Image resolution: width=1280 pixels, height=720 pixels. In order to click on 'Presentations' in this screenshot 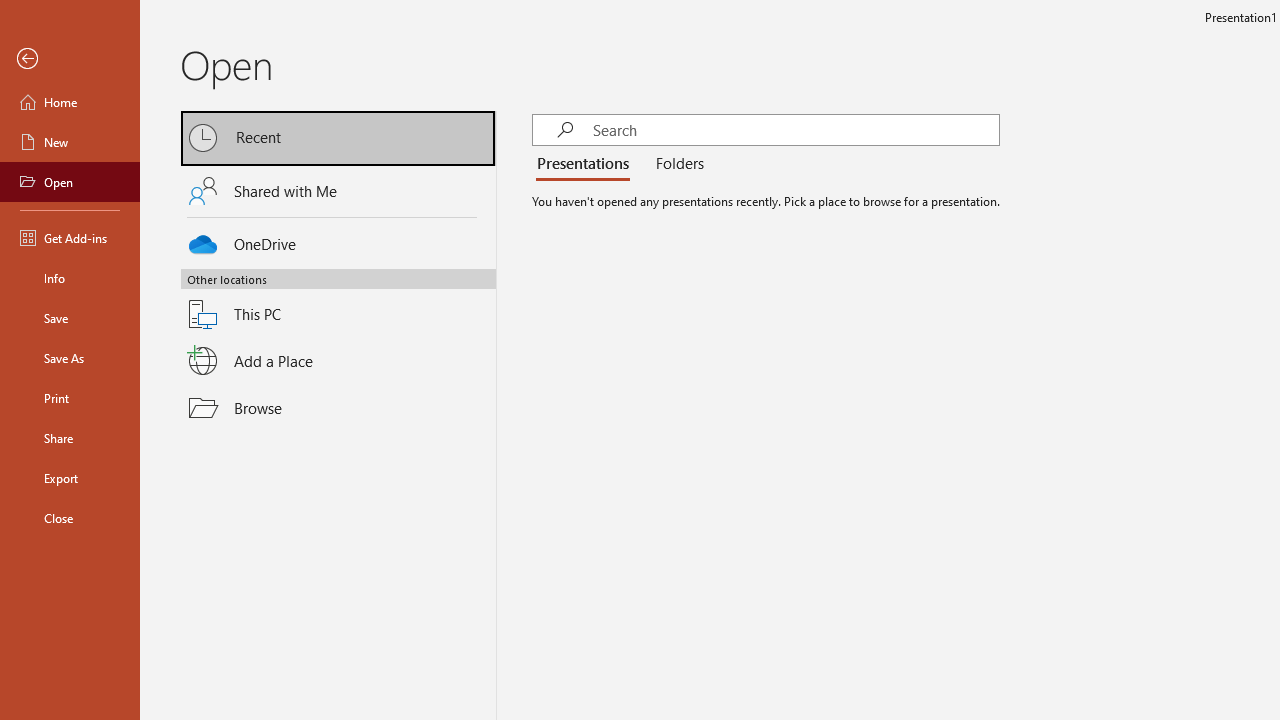, I will do `click(586, 163)`.